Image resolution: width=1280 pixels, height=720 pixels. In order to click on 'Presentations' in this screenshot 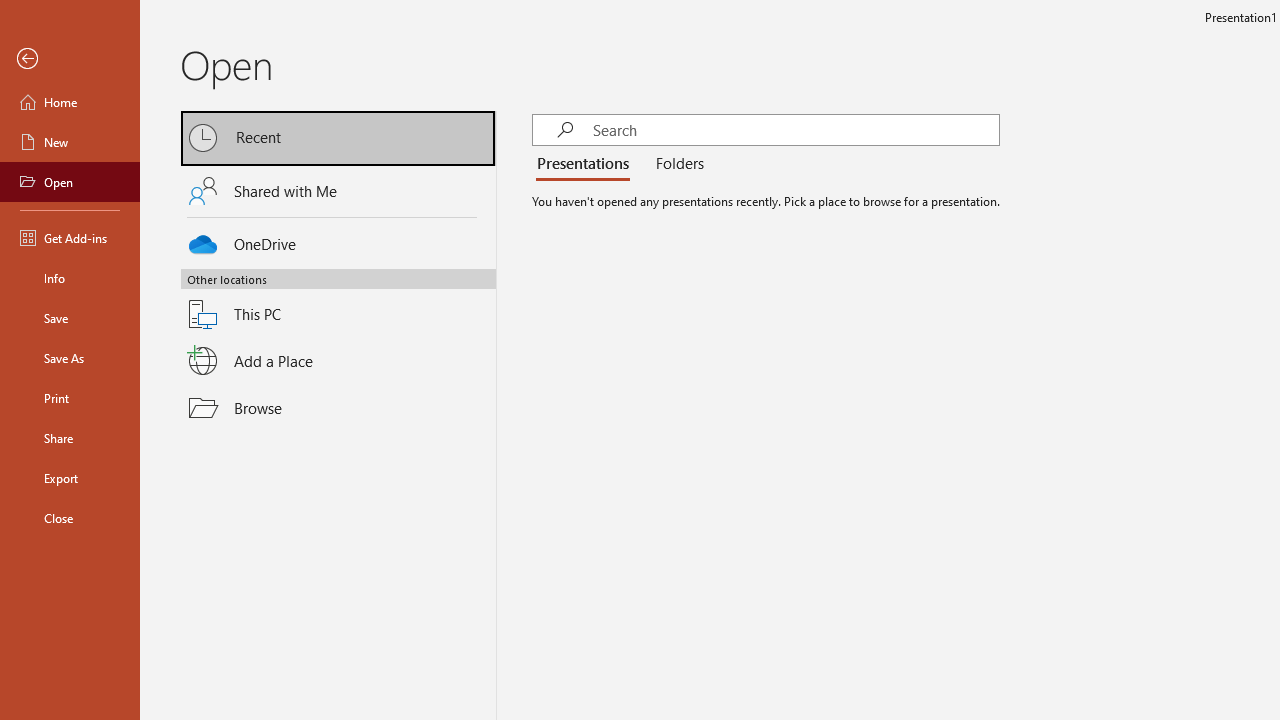, I will do `click(586, 163)`.